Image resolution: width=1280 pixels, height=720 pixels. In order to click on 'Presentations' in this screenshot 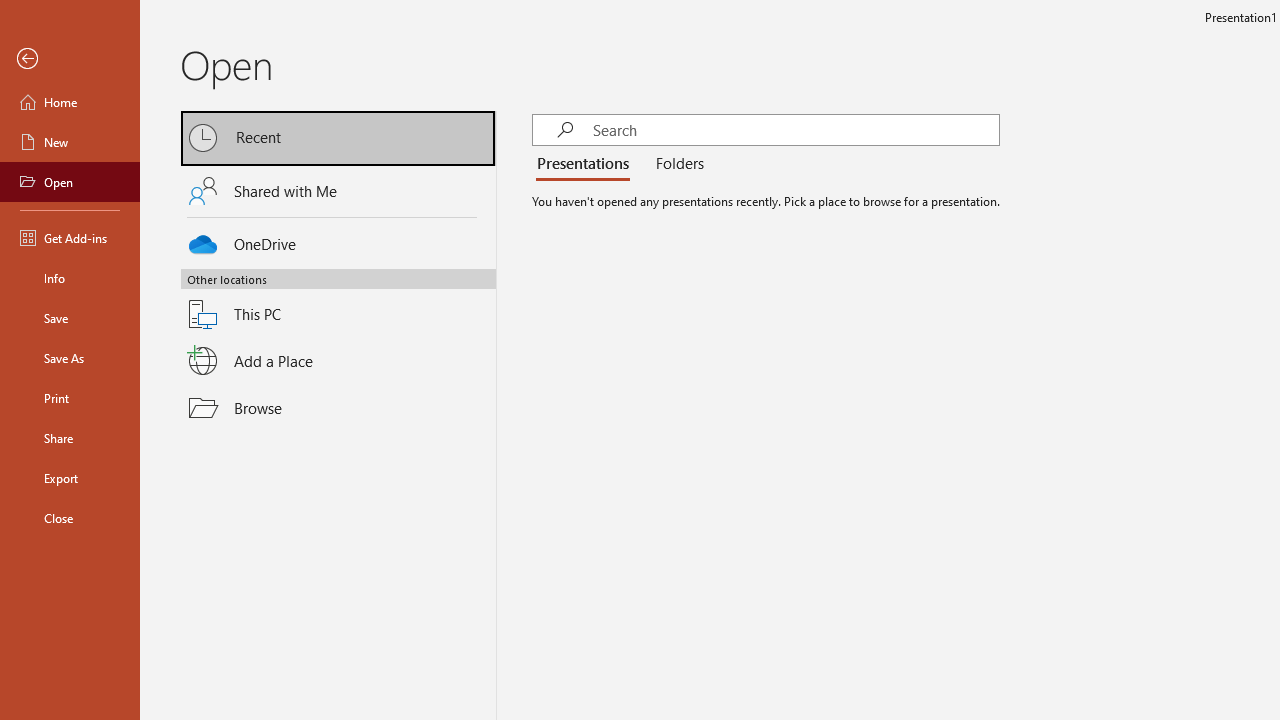, I will do `click(586, 163)`.